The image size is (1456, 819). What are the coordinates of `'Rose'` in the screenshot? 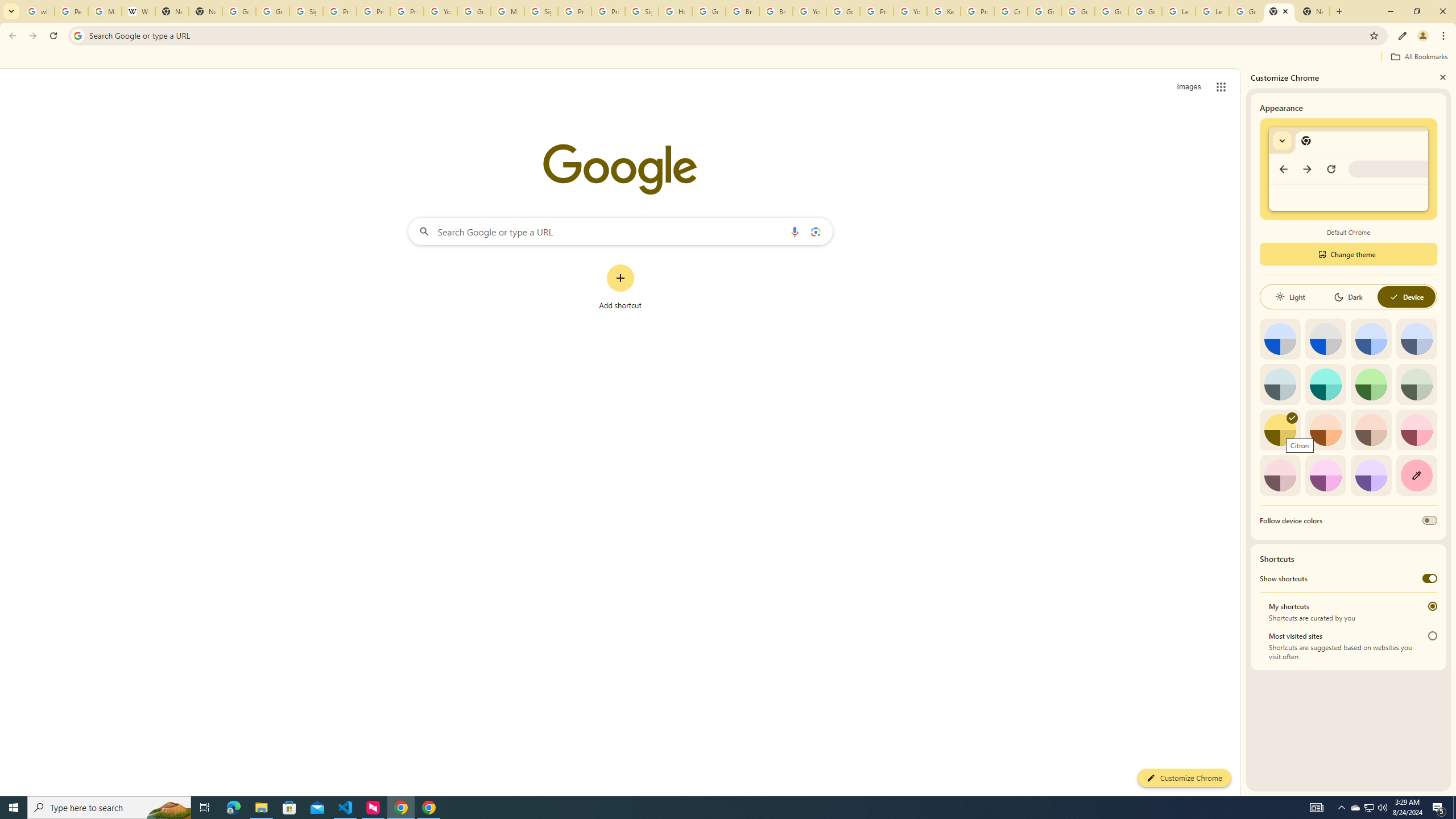 It's located at (1416, 429).